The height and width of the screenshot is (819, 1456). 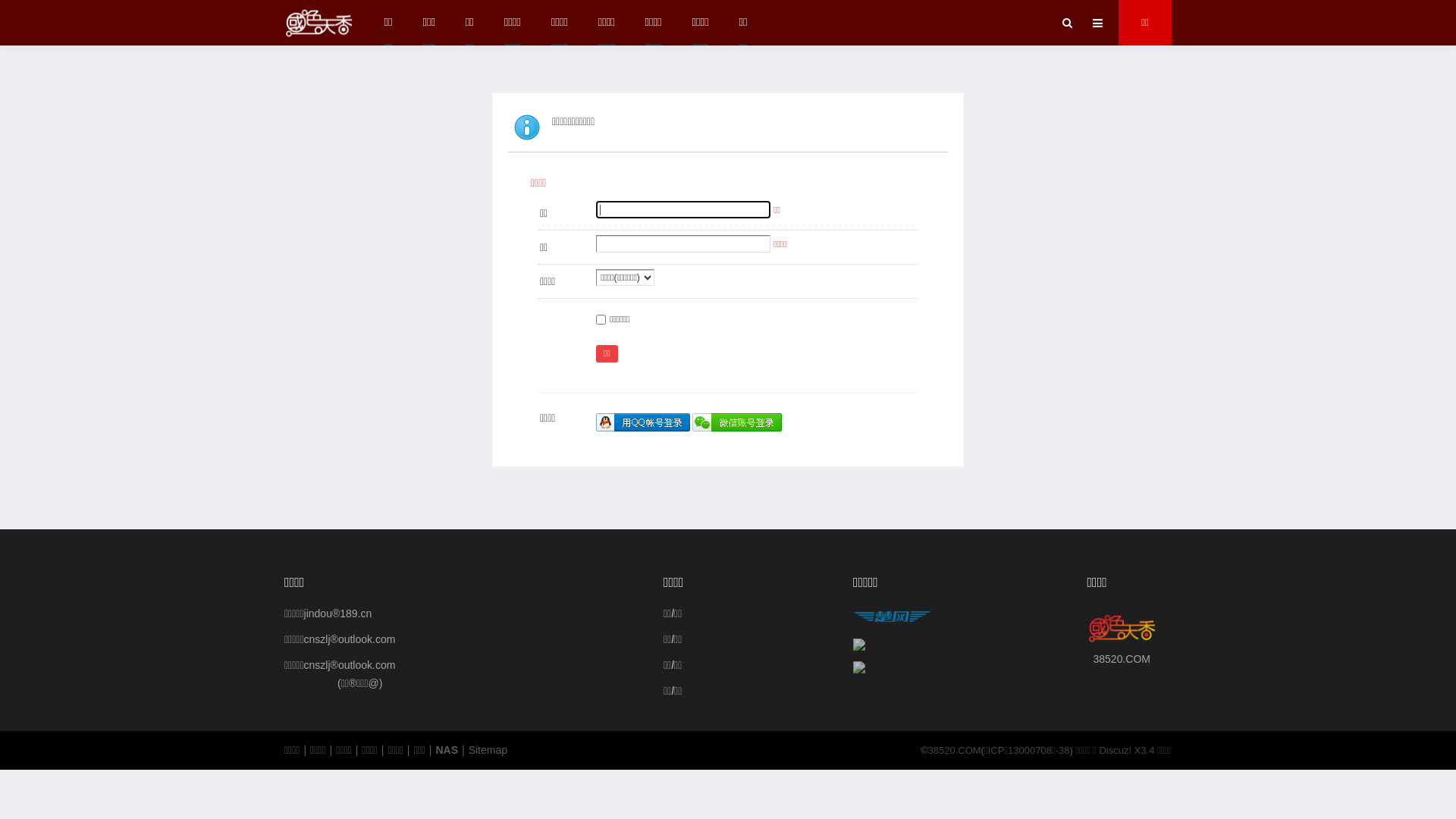 What do you see at coordinates (488, 749) in the screenshot?
I see `'Sitemap'` at bounding box center [488, 749].